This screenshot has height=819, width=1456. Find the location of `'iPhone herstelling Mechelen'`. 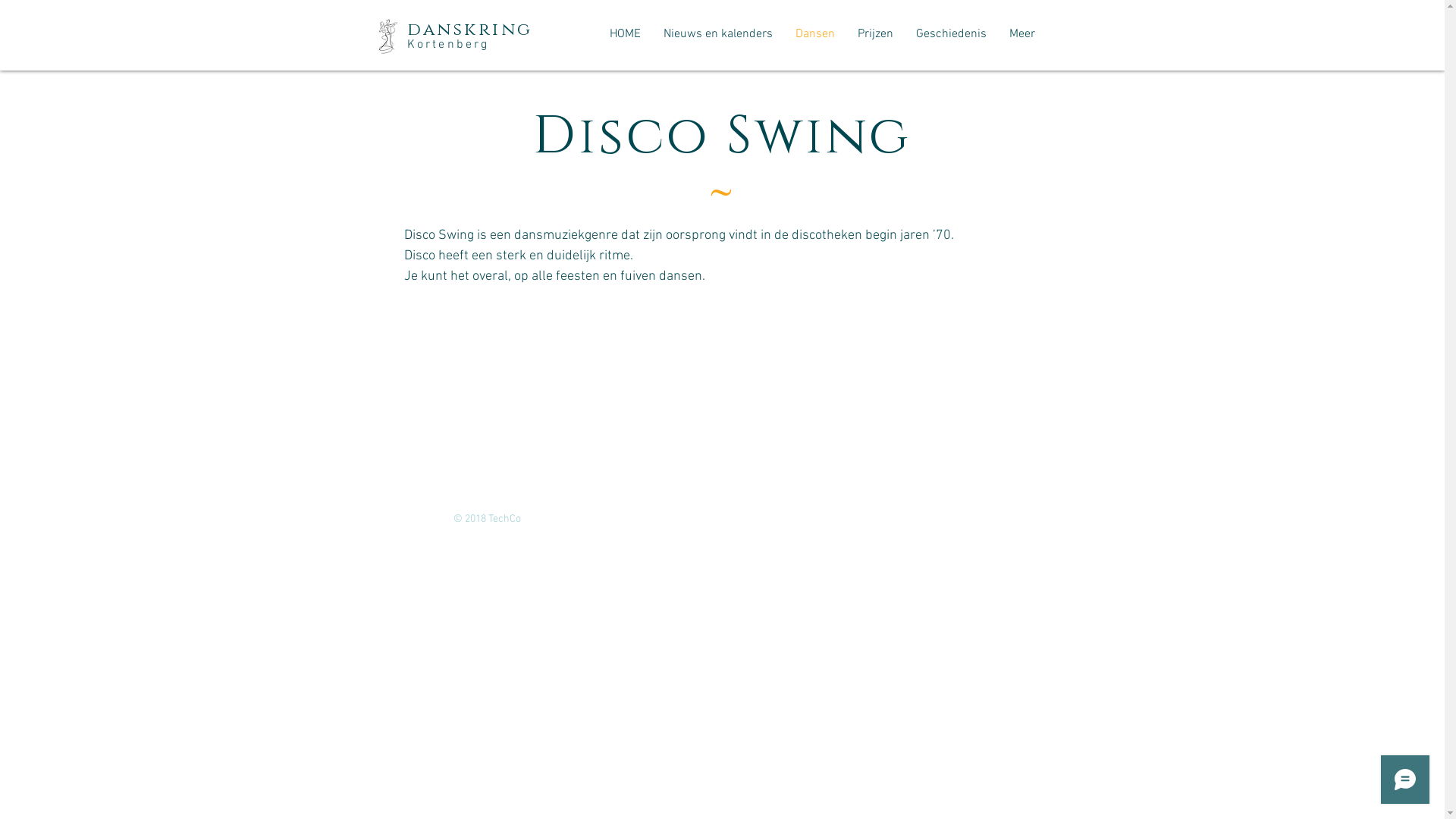

'iPhone herstelling Mechelen' is located at coordinates (923, 518).